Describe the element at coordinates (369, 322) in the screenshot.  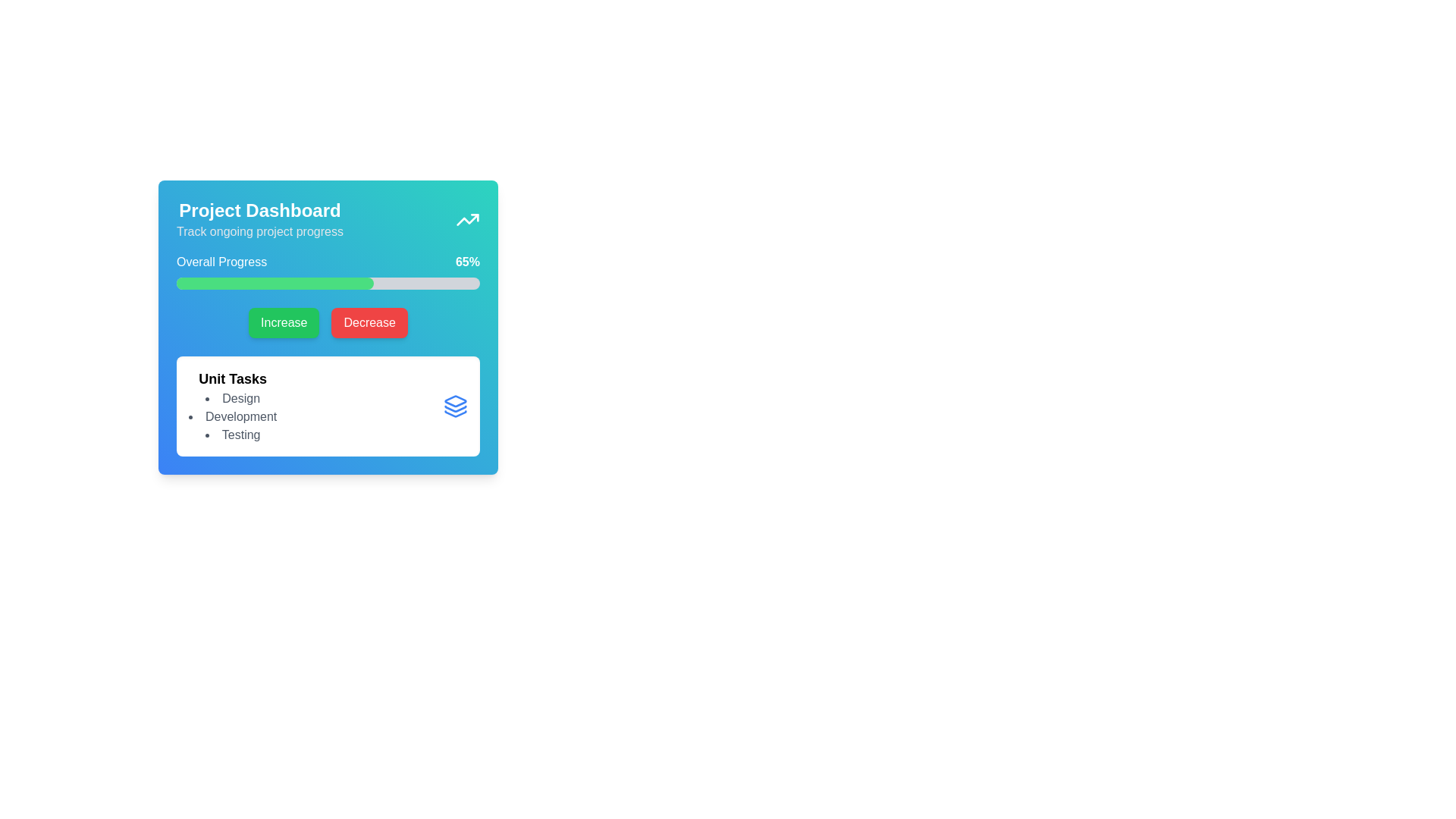
I see `the red 'Decrease' button with white text` at that location.